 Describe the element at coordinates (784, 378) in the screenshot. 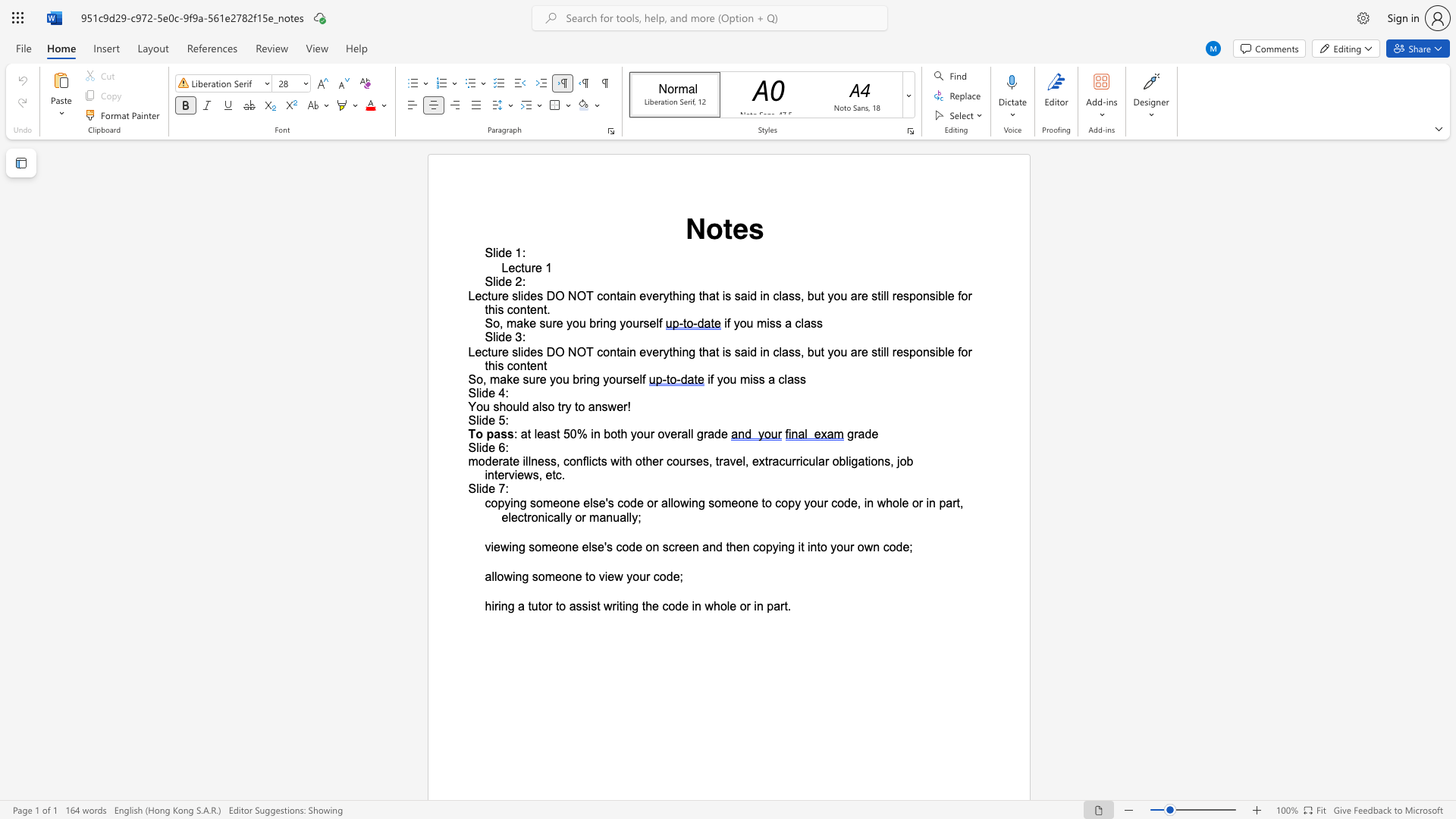

I see `the subset text "lass" within the text "if you miss a class"` at that location.